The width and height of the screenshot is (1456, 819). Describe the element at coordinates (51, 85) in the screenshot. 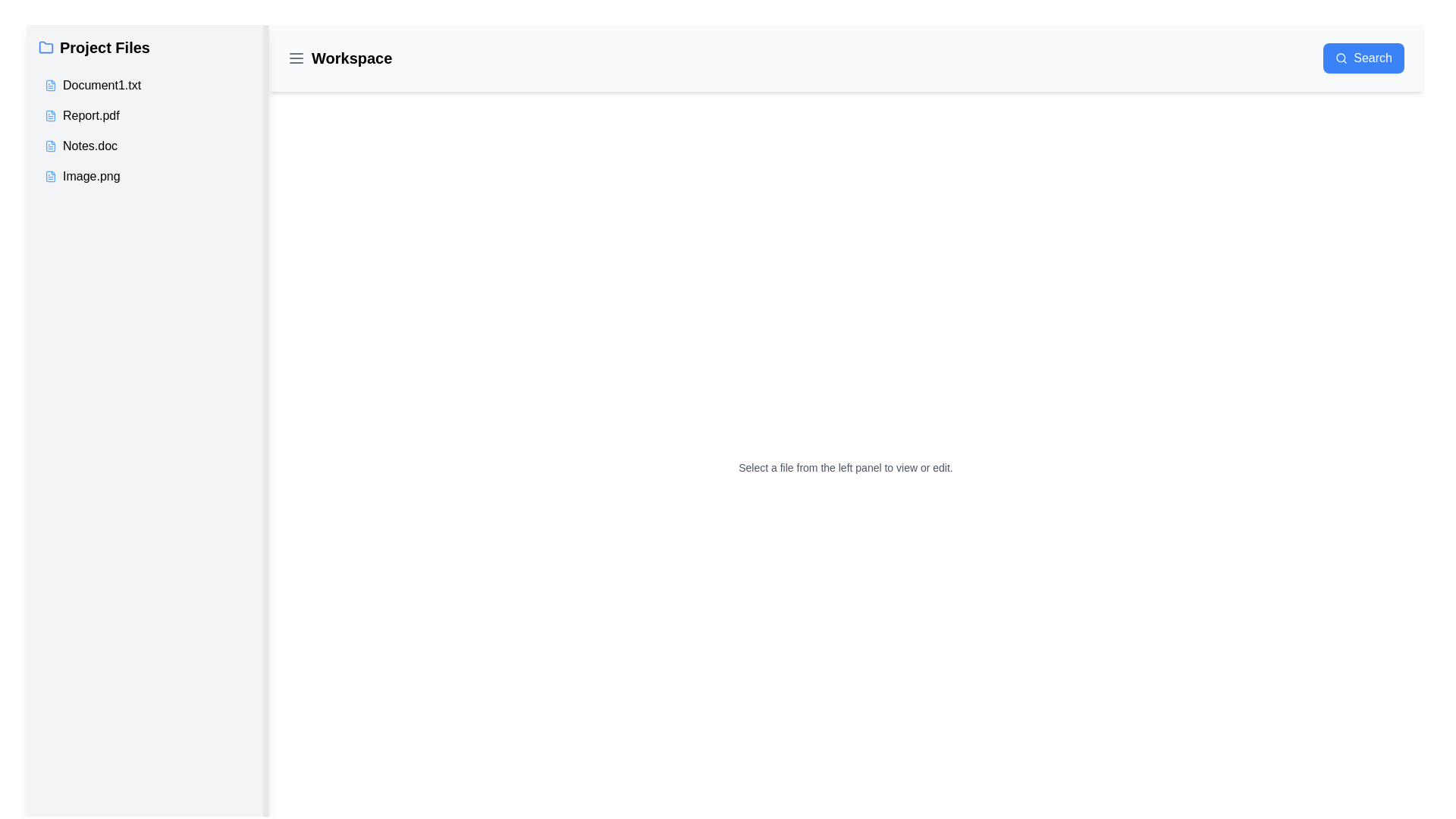

I see `the File icon representing 'Document1.txt' in the 'Project Files' panel` at that location.